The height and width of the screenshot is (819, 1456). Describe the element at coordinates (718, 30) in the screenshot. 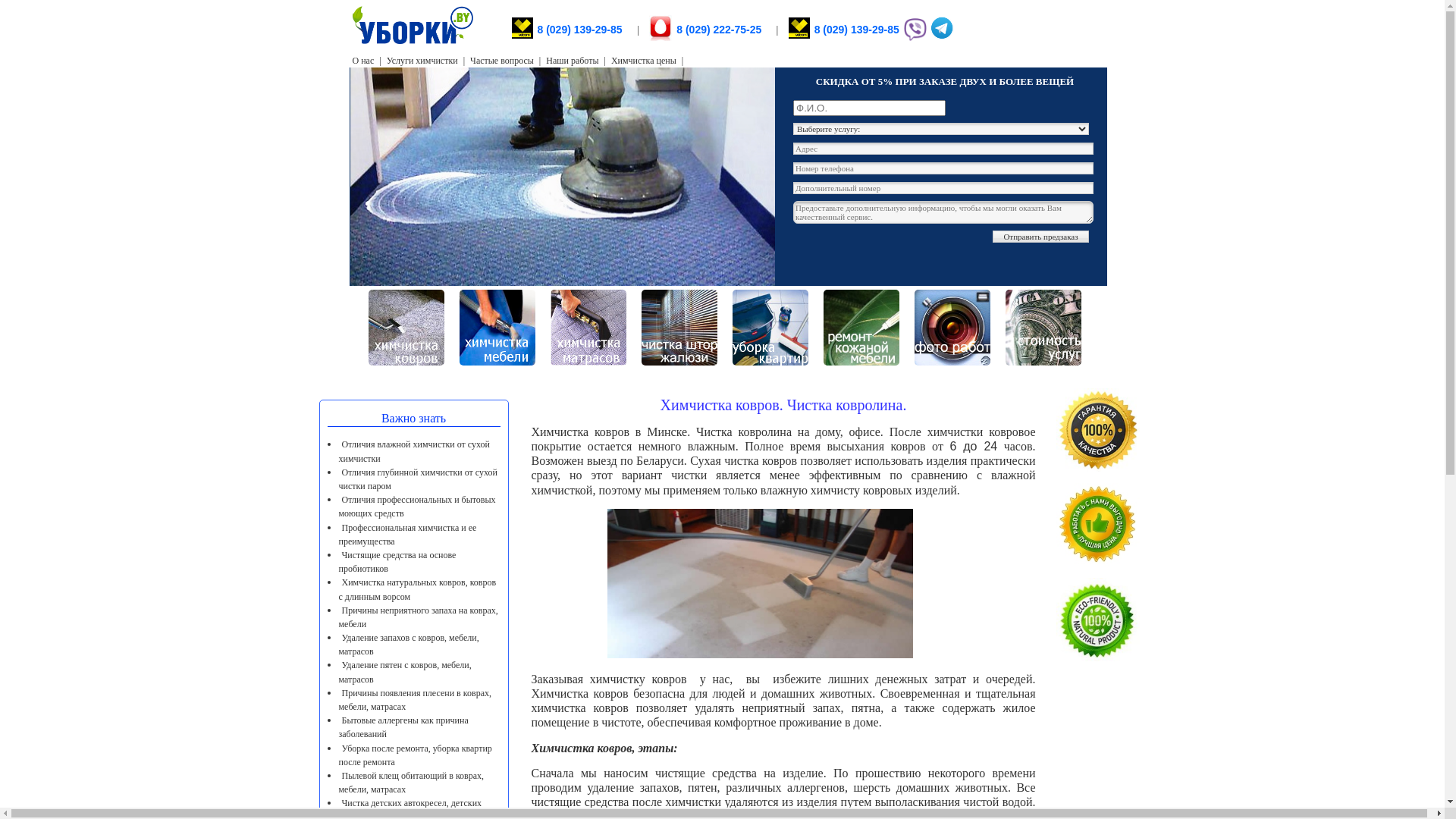

I see `'8 (029) 222-75-25'` at that location.